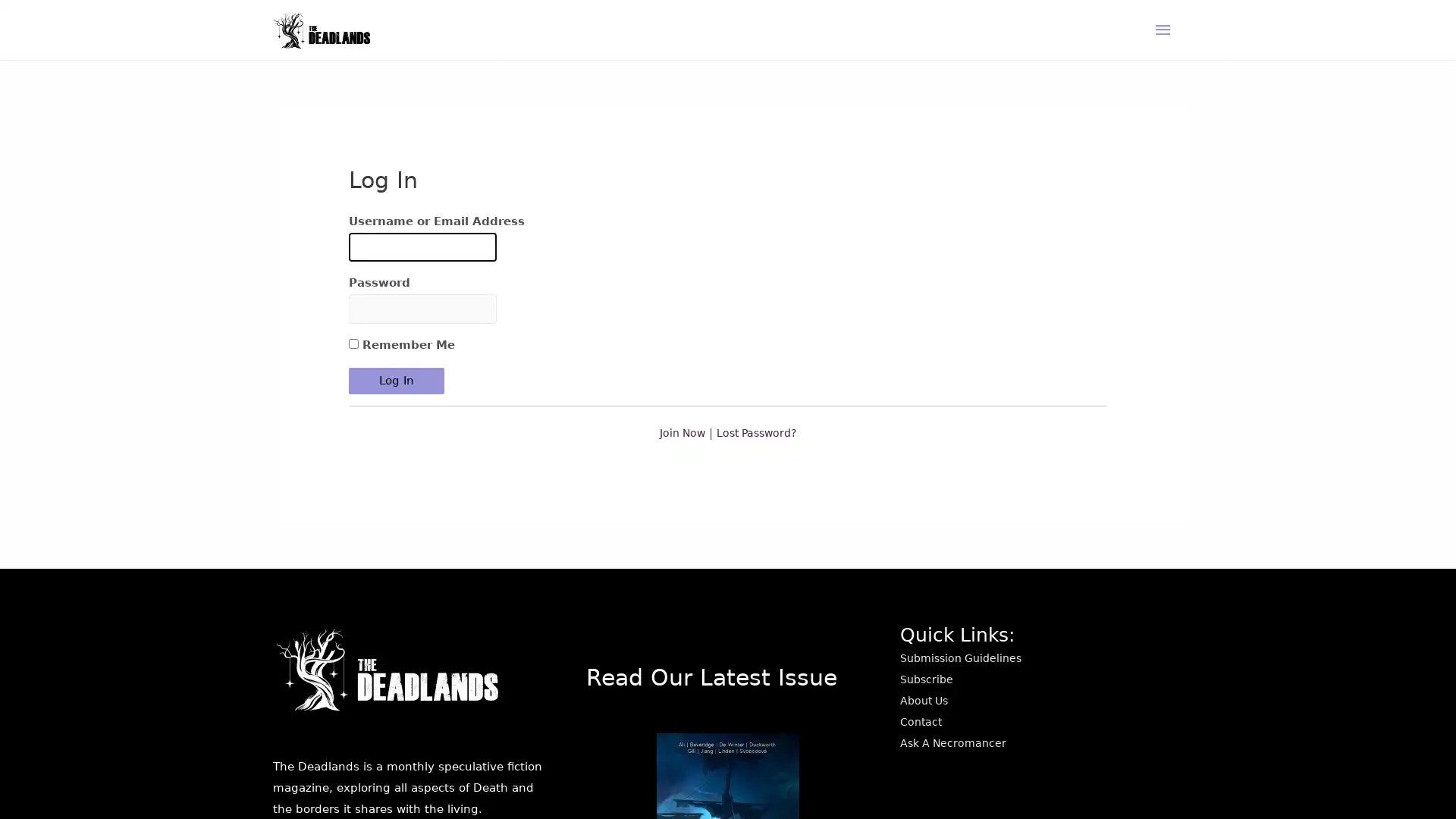 This screenshot has height=819, width=1456. Describe the element at coordinates (1163, 45) in the screenshot. I see `Main Menu` at that location.